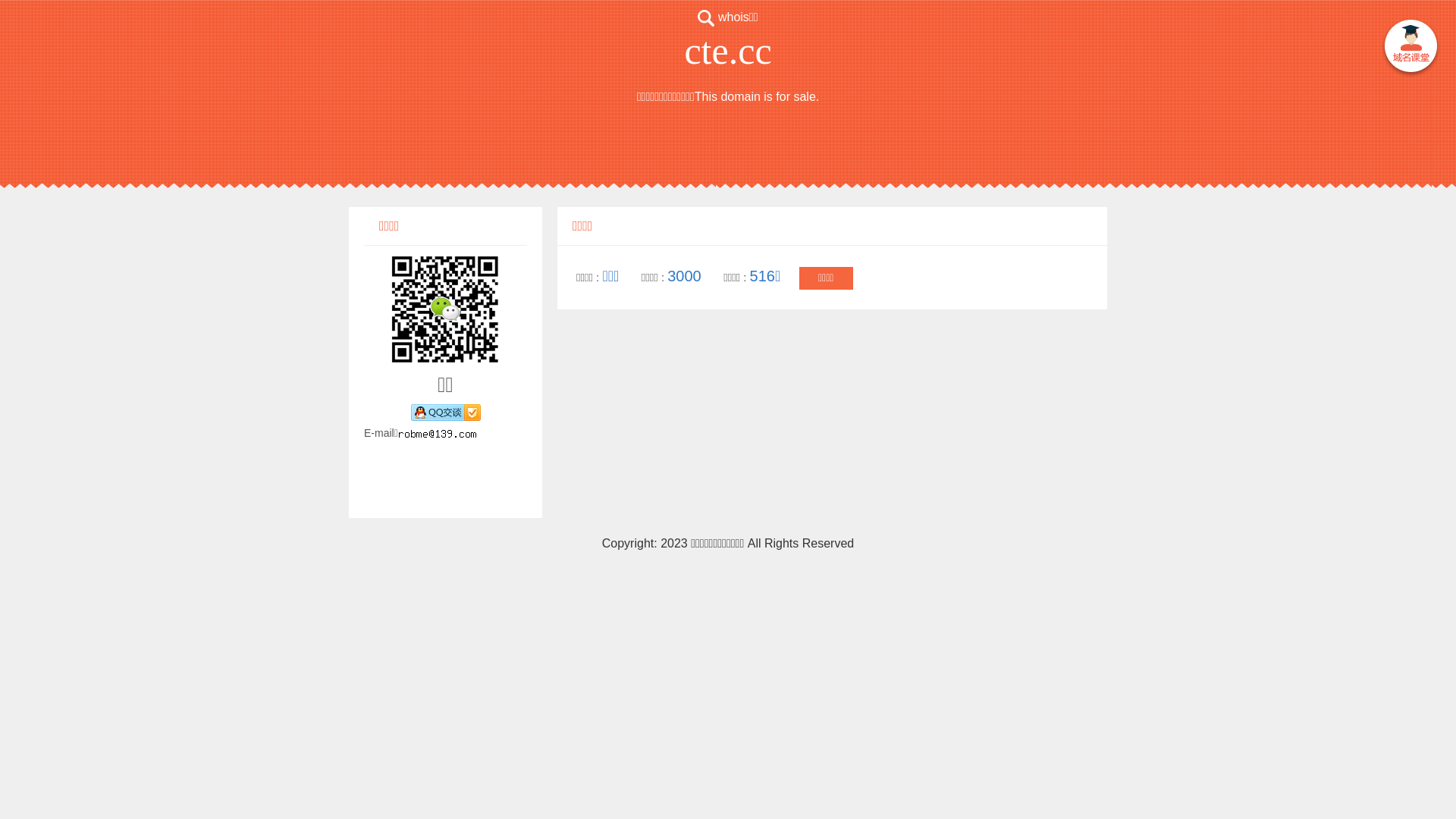 The height and width of the screenshot is (819, 1456). I want to click on ' ', so click(1410, 47).